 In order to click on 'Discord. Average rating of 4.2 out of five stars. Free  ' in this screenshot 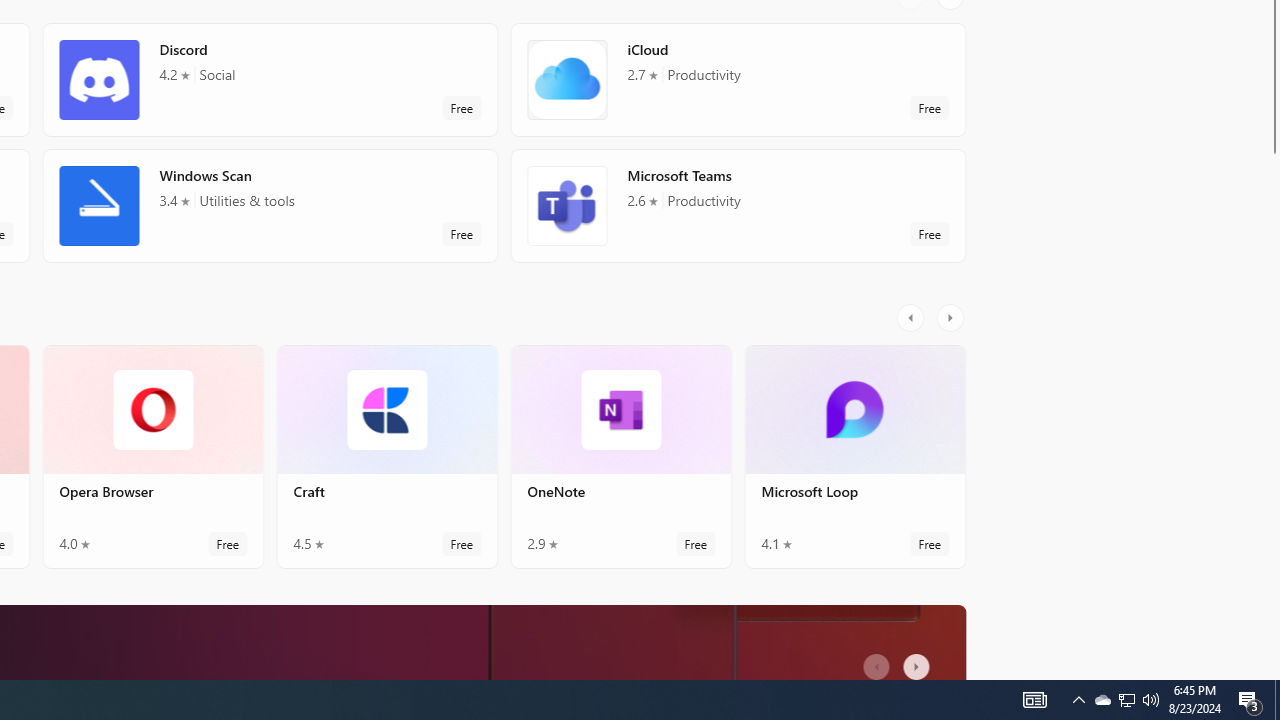, I will do `click(269, 78)`.